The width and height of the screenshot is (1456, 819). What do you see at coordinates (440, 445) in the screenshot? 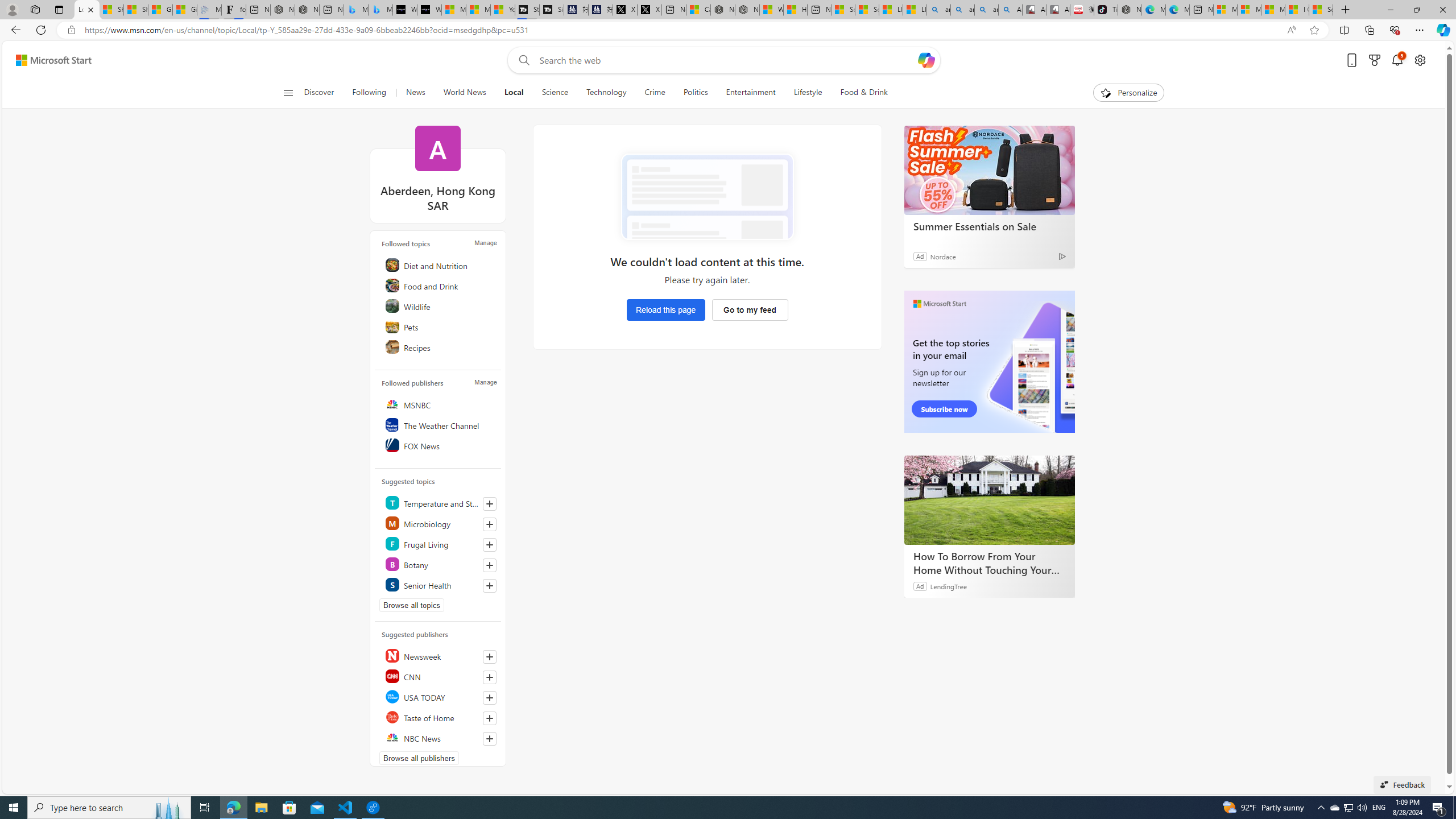
I see `'FOX News'` at bounding box center [440, 445].